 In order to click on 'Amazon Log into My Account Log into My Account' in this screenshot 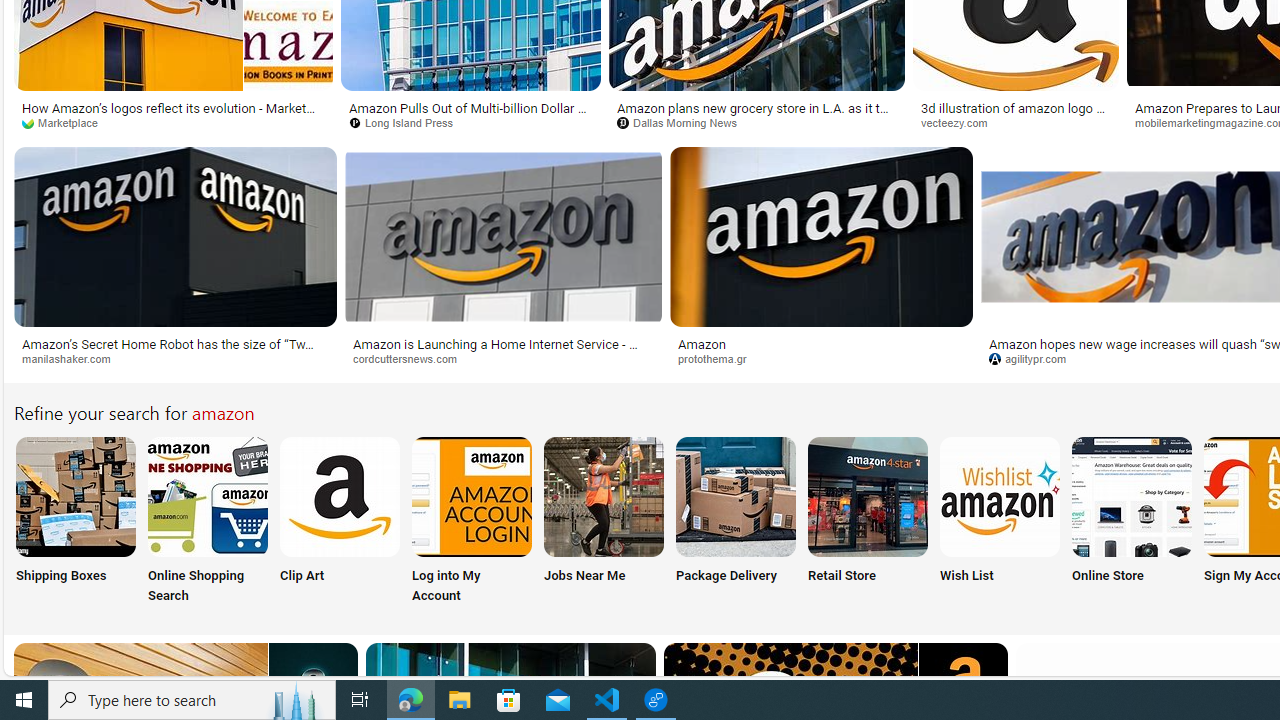, I will do `click(471, 521)`.